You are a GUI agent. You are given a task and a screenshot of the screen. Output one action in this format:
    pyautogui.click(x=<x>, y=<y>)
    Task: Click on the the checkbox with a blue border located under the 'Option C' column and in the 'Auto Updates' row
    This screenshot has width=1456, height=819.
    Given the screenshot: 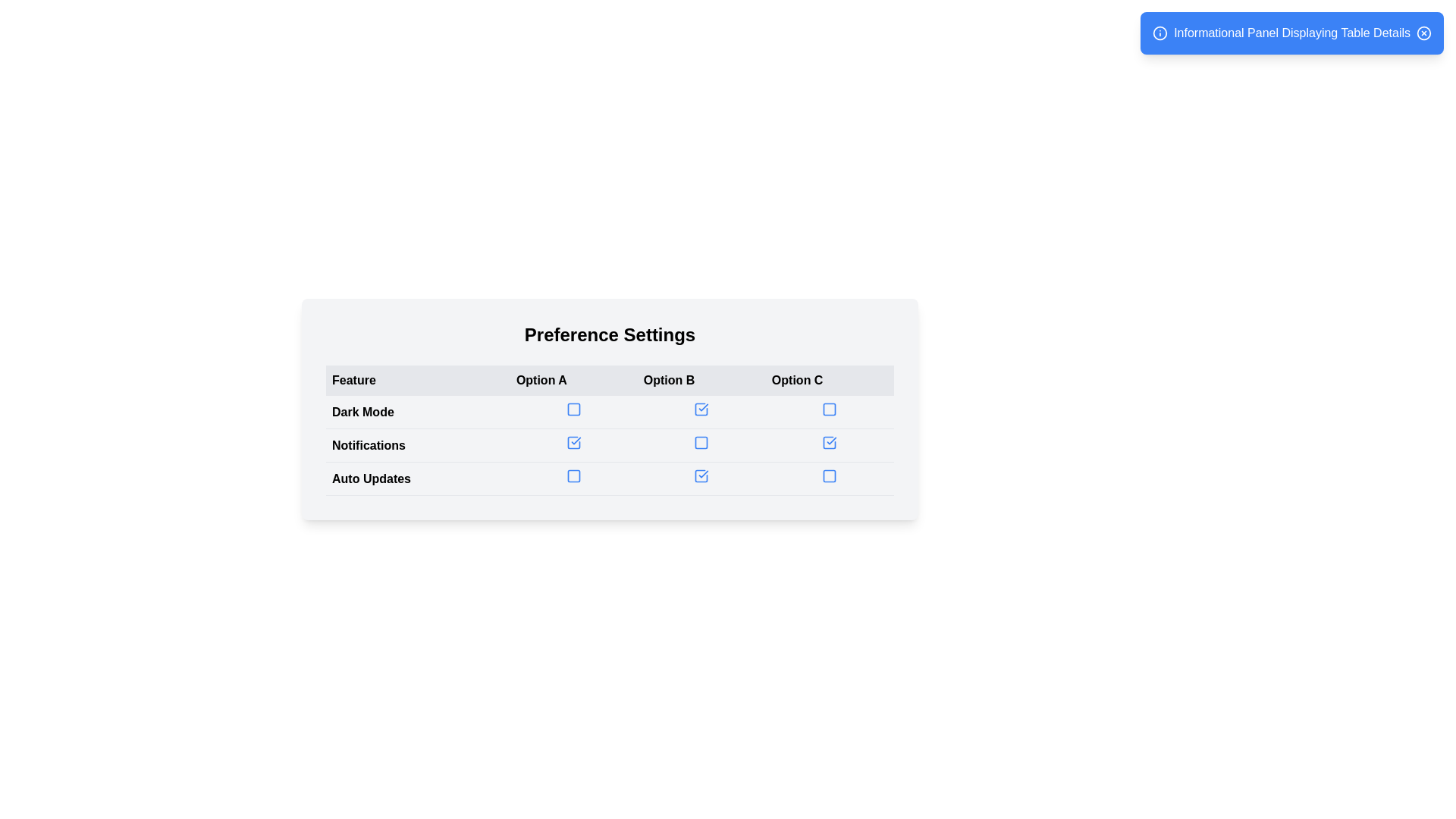 What is the action you would take?
    pyautogui.click(x=829, y=475)
    